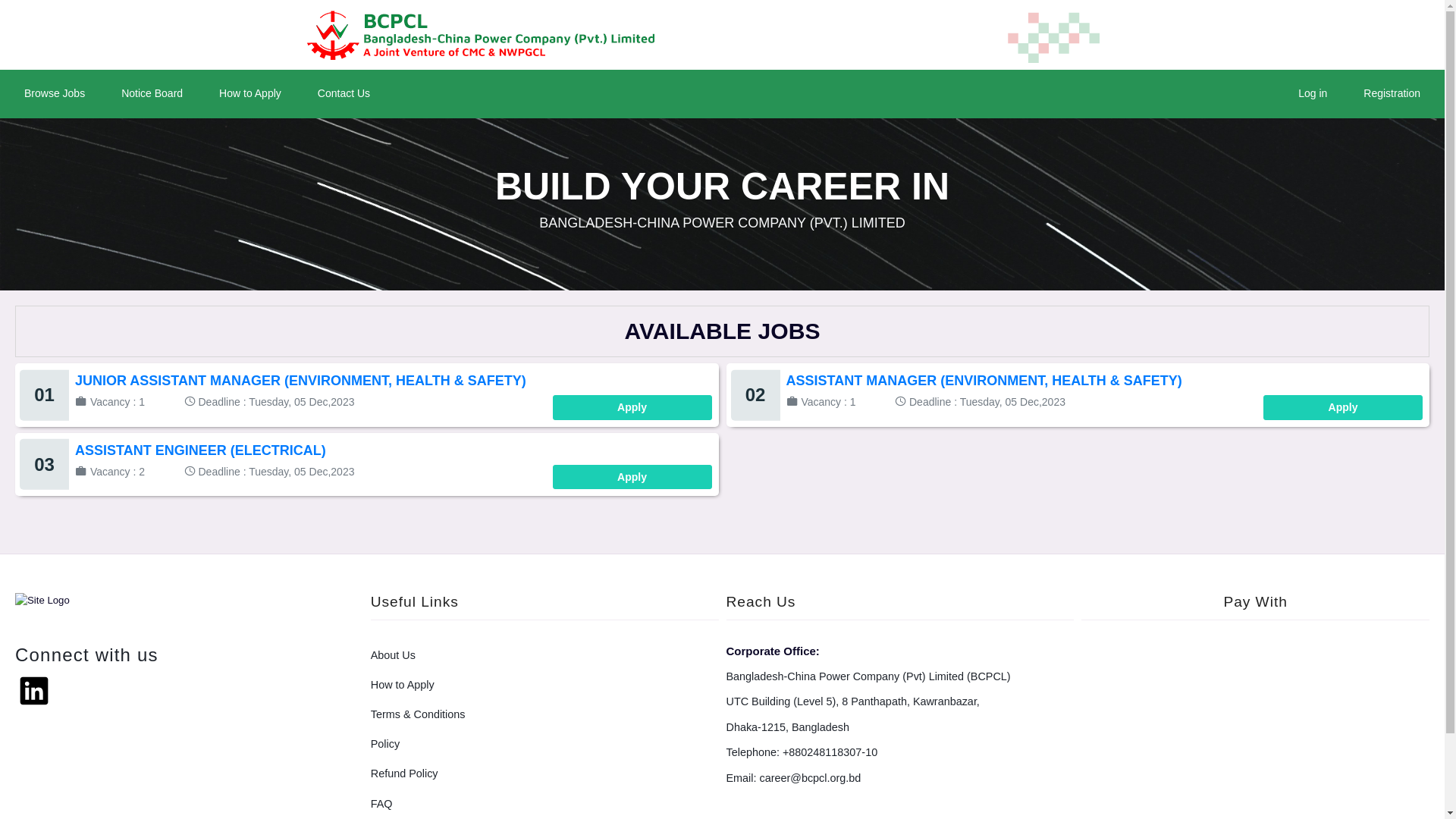 The width and height of the screenshot is (1456, 819). I want to click on 'About Us', so click(371, 654).